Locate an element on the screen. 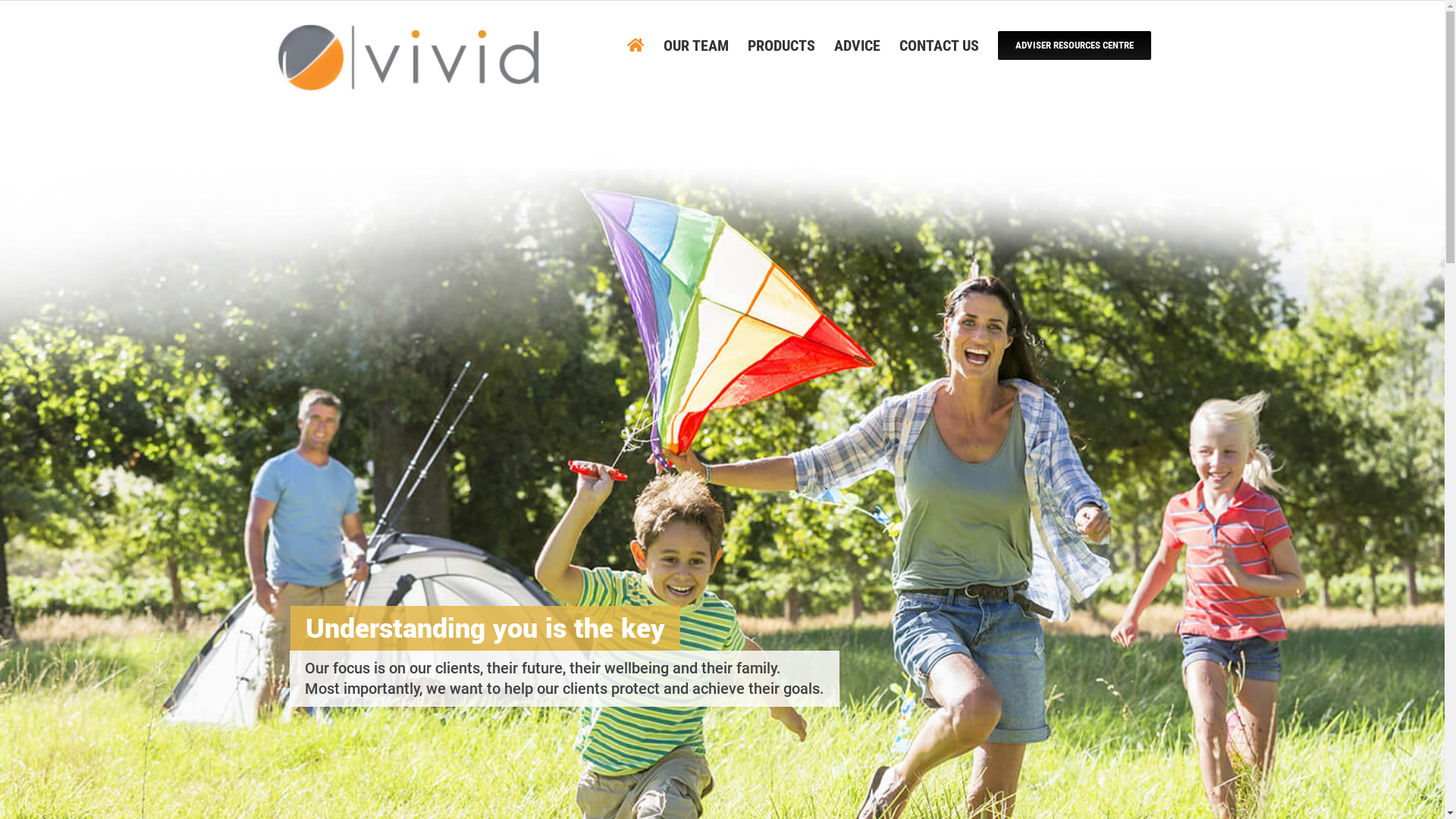 The height and width of the screenshot is (819, 1456). 'PRODUCTS' is located at coordinates (781, 45).